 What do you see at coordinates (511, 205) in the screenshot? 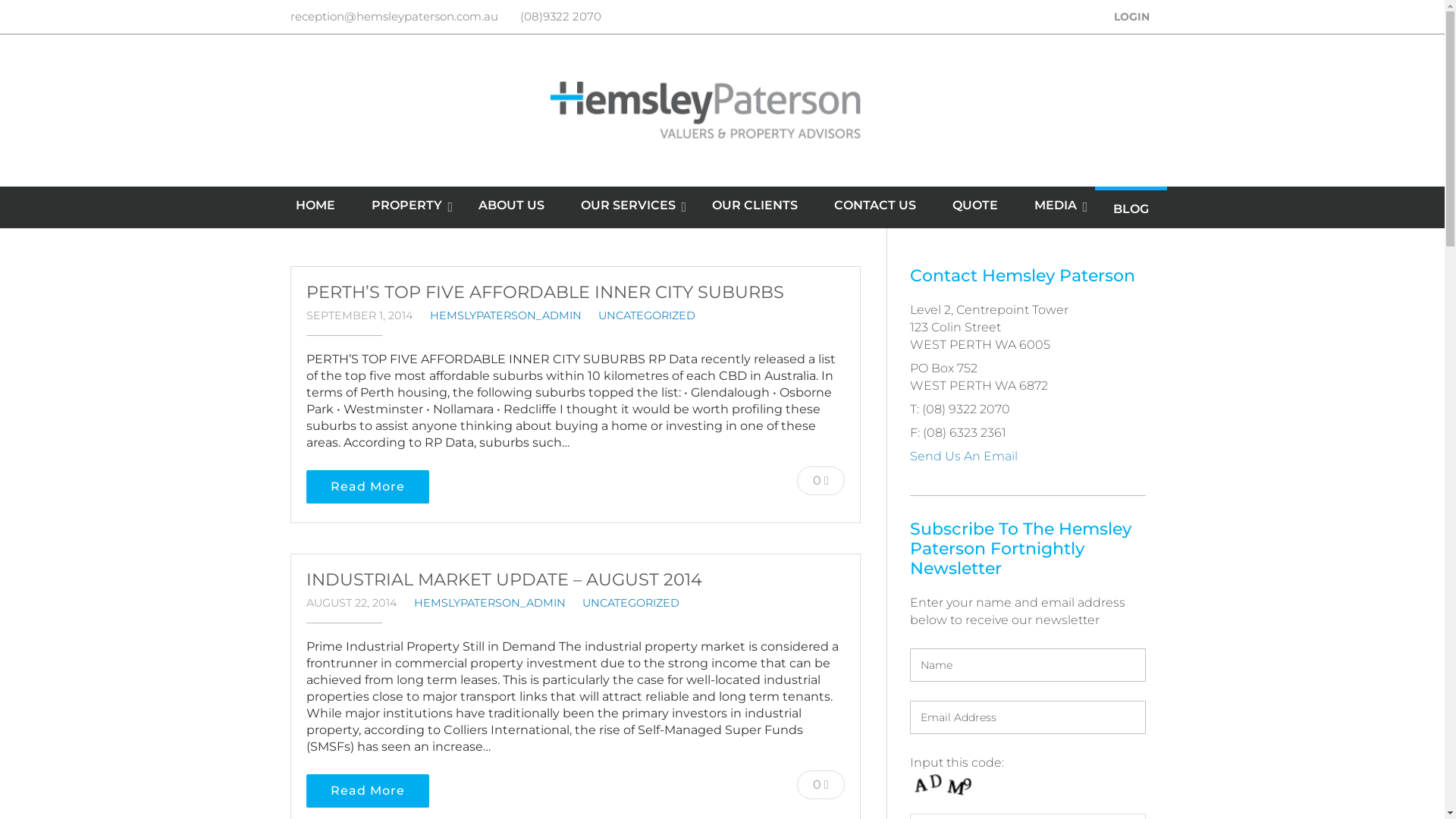
I see `'ABOUT US'` at bounding box center [511, 205].